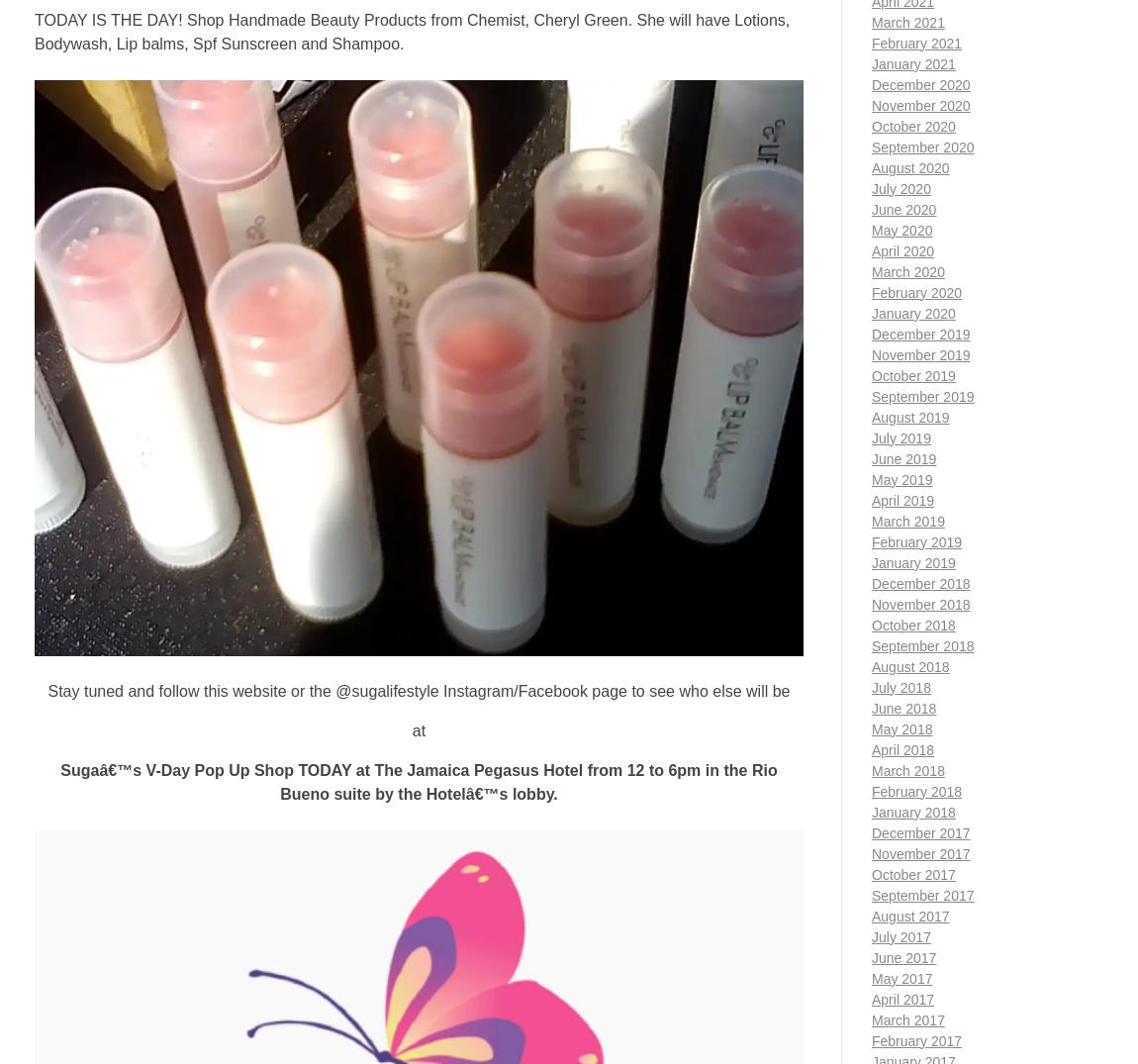 This screenshot has height=1064, width=1138. Describe the element at coordinates (902, 499) in the screenshot. I see `'April 2019'` at that location.